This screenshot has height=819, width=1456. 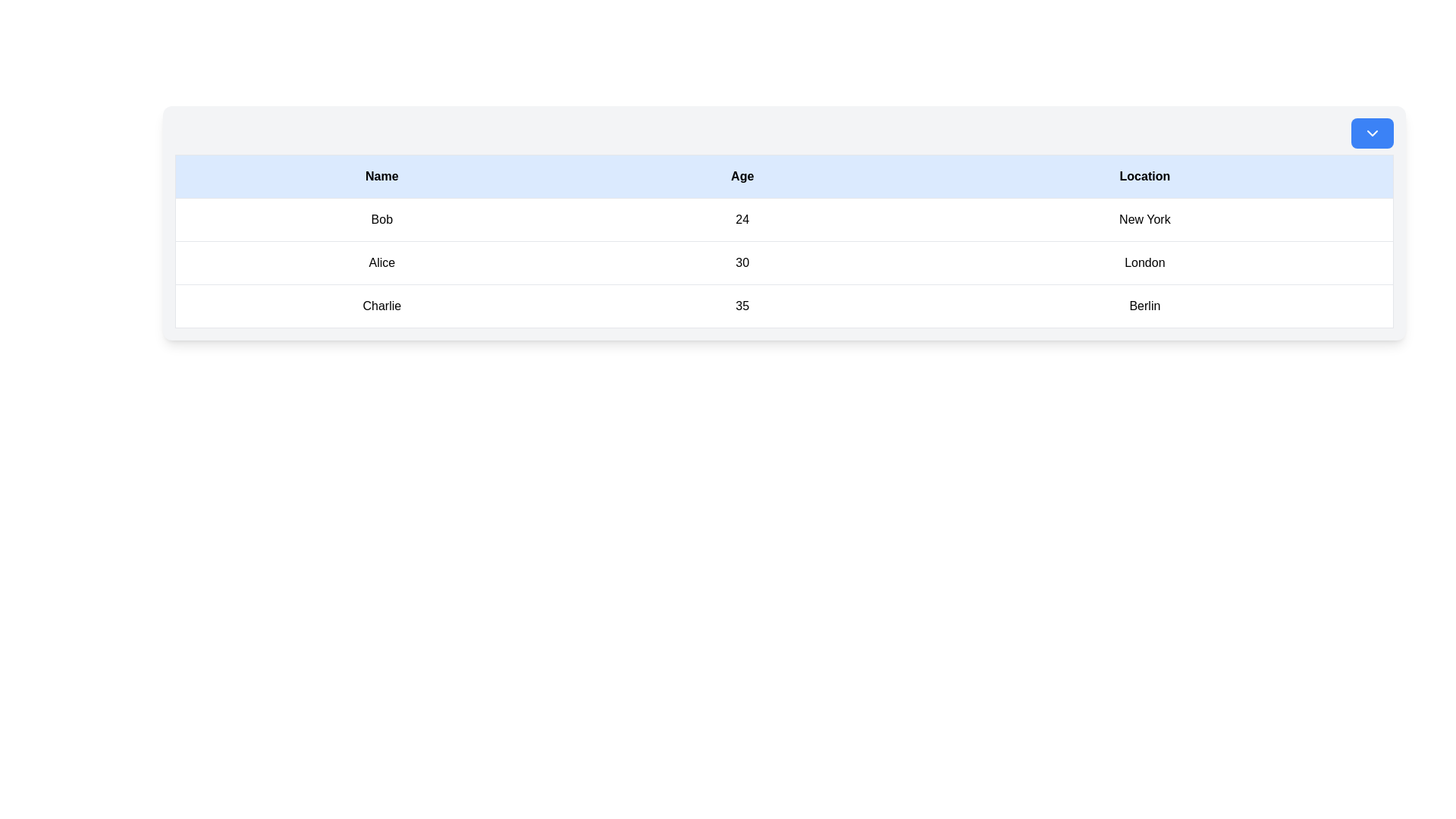 I want to click on text displayed in the first column of the user information table, which contains the name 'Bob', so click(x=381, y=219).